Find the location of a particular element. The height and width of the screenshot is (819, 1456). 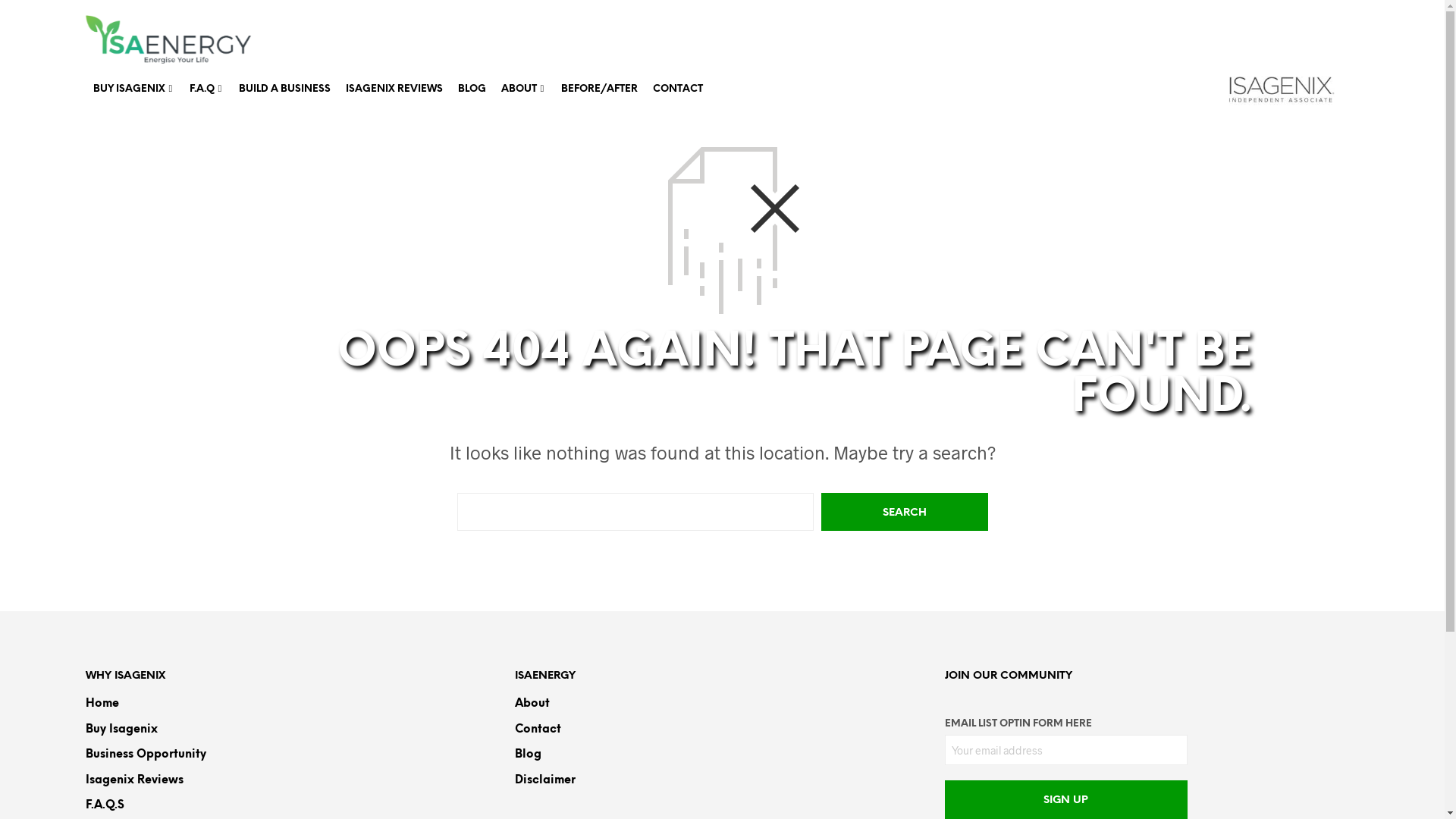

'Search' is located at coordinates (903, 512).